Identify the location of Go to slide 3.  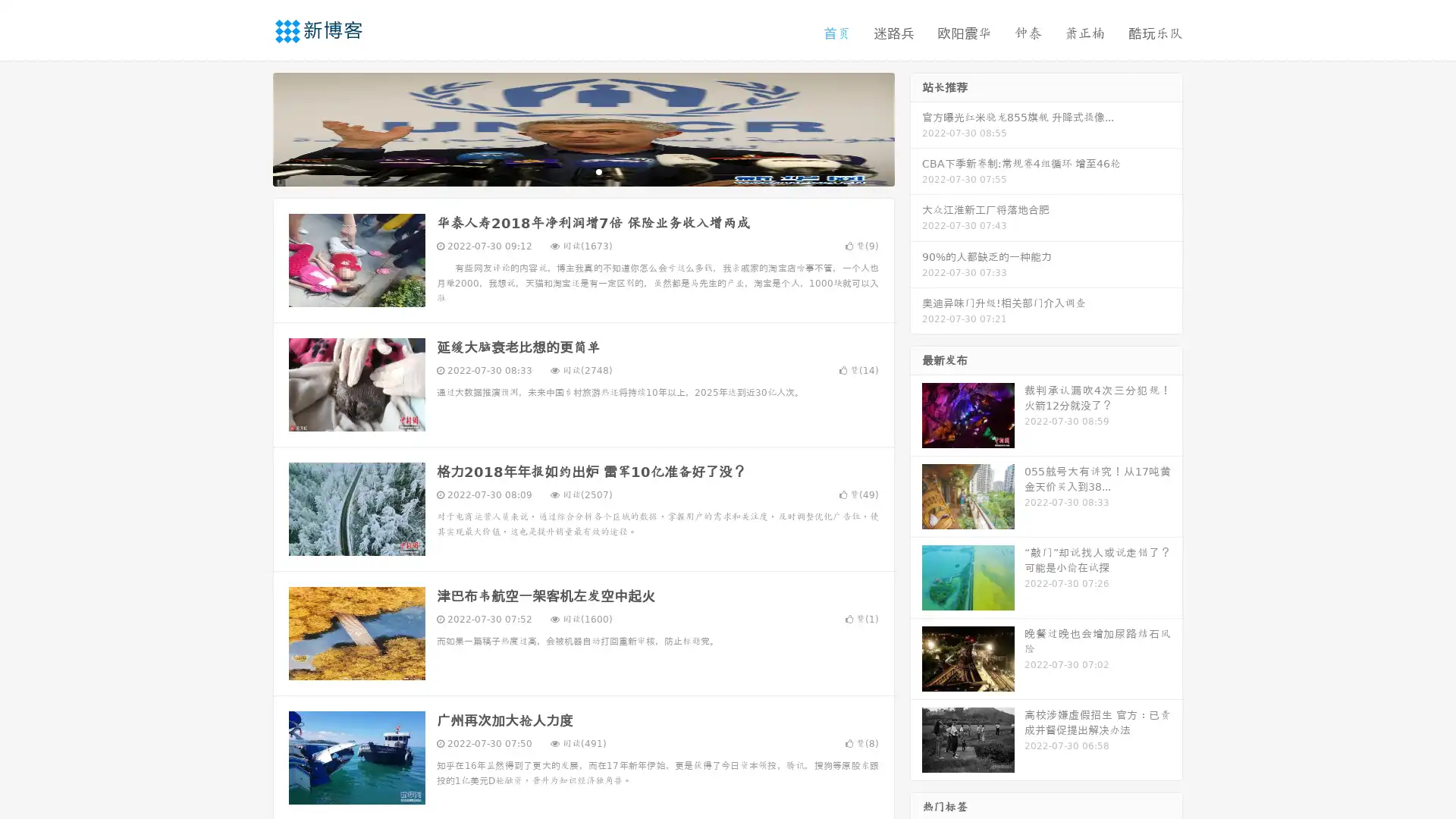
(598, 171).